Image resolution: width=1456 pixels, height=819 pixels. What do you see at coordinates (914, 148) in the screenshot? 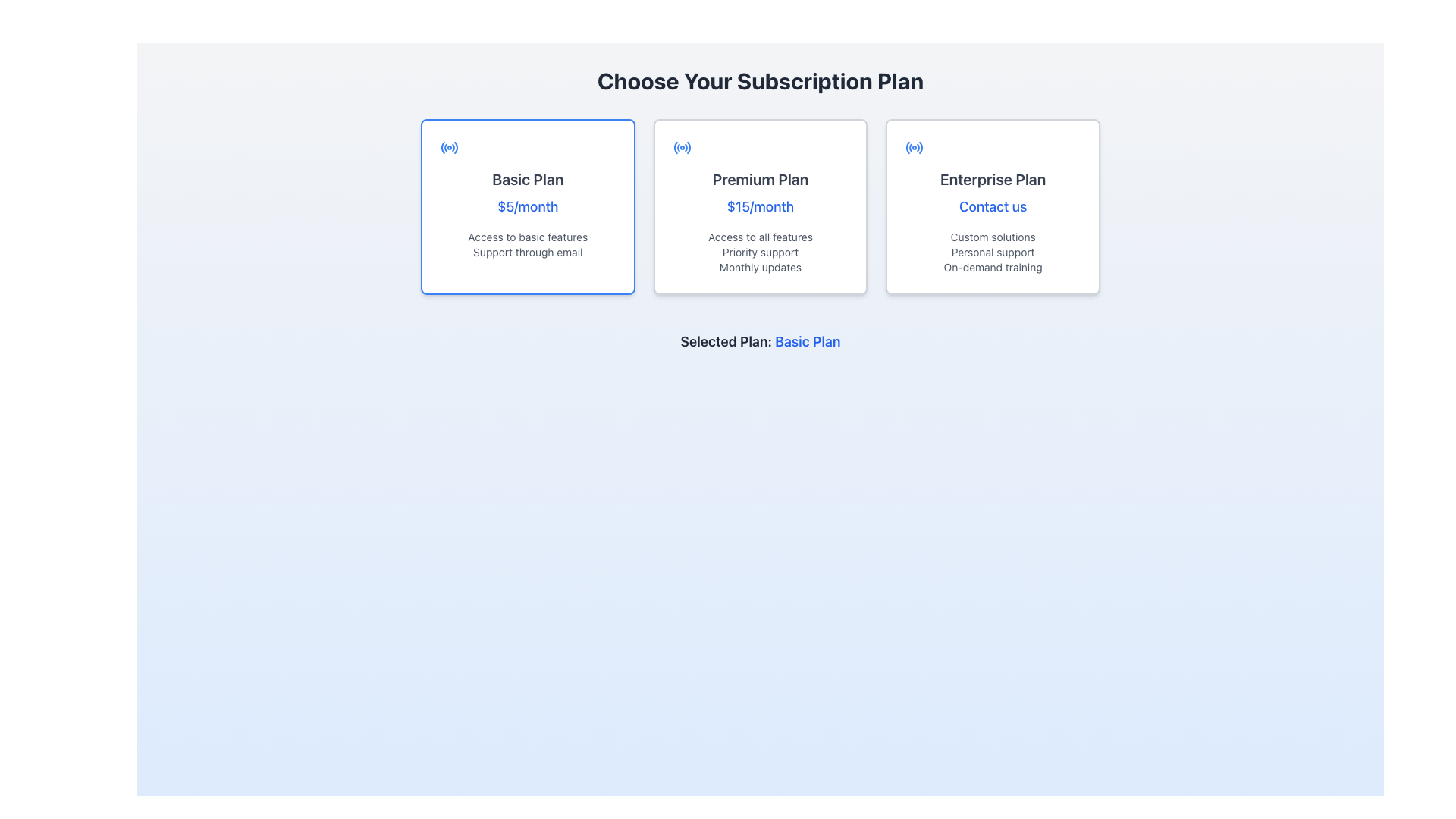
I see `the top-left icon of the 'Enterprise Plan' card, which is the third card in a horizontal series of three cards located on the rightmost side` at bounding box center [914, 148].